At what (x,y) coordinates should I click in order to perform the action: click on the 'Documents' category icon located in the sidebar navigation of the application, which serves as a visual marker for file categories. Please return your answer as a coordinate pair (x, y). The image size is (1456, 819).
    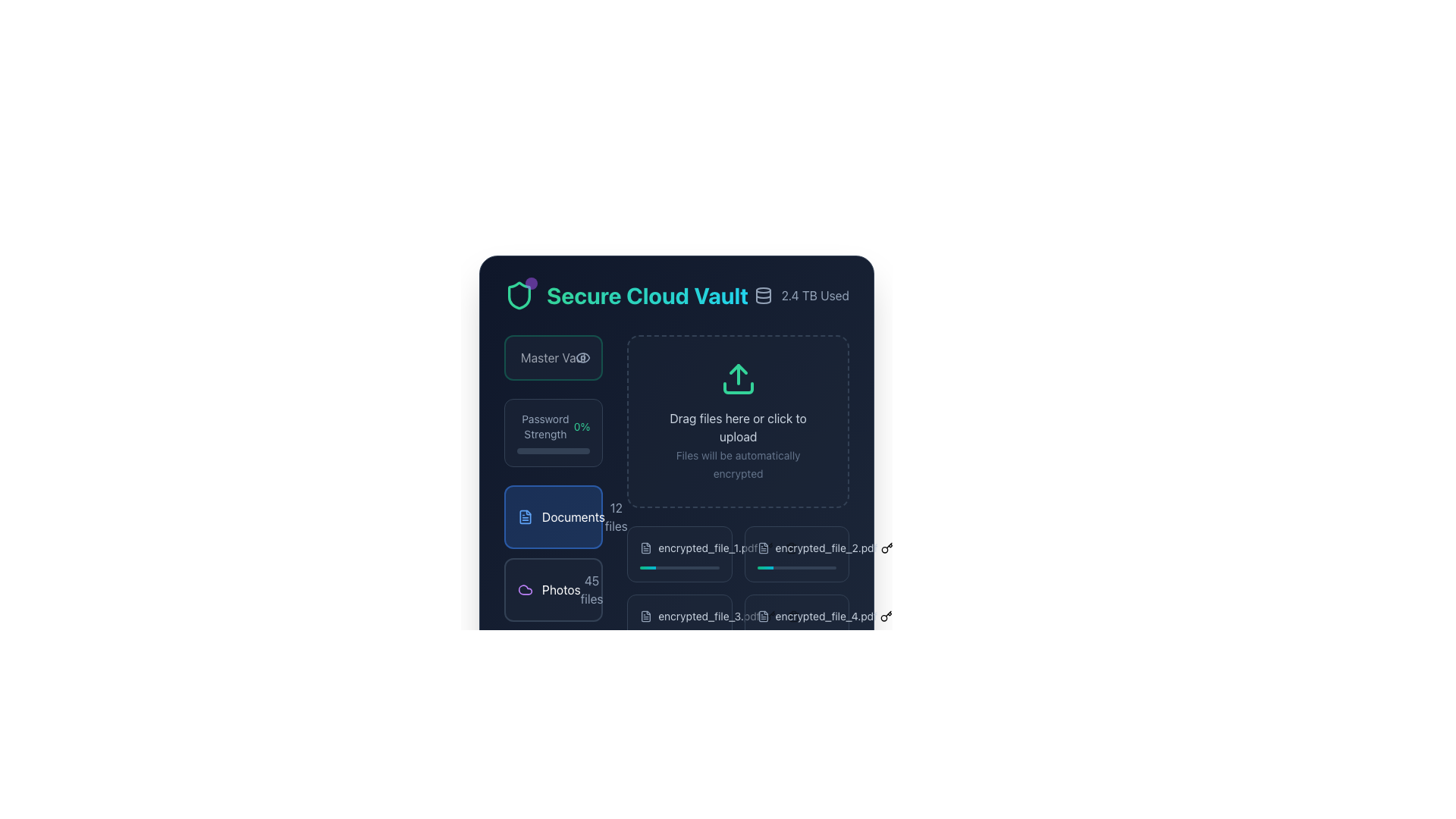
    Looking at the image, I should click on (646, 617).